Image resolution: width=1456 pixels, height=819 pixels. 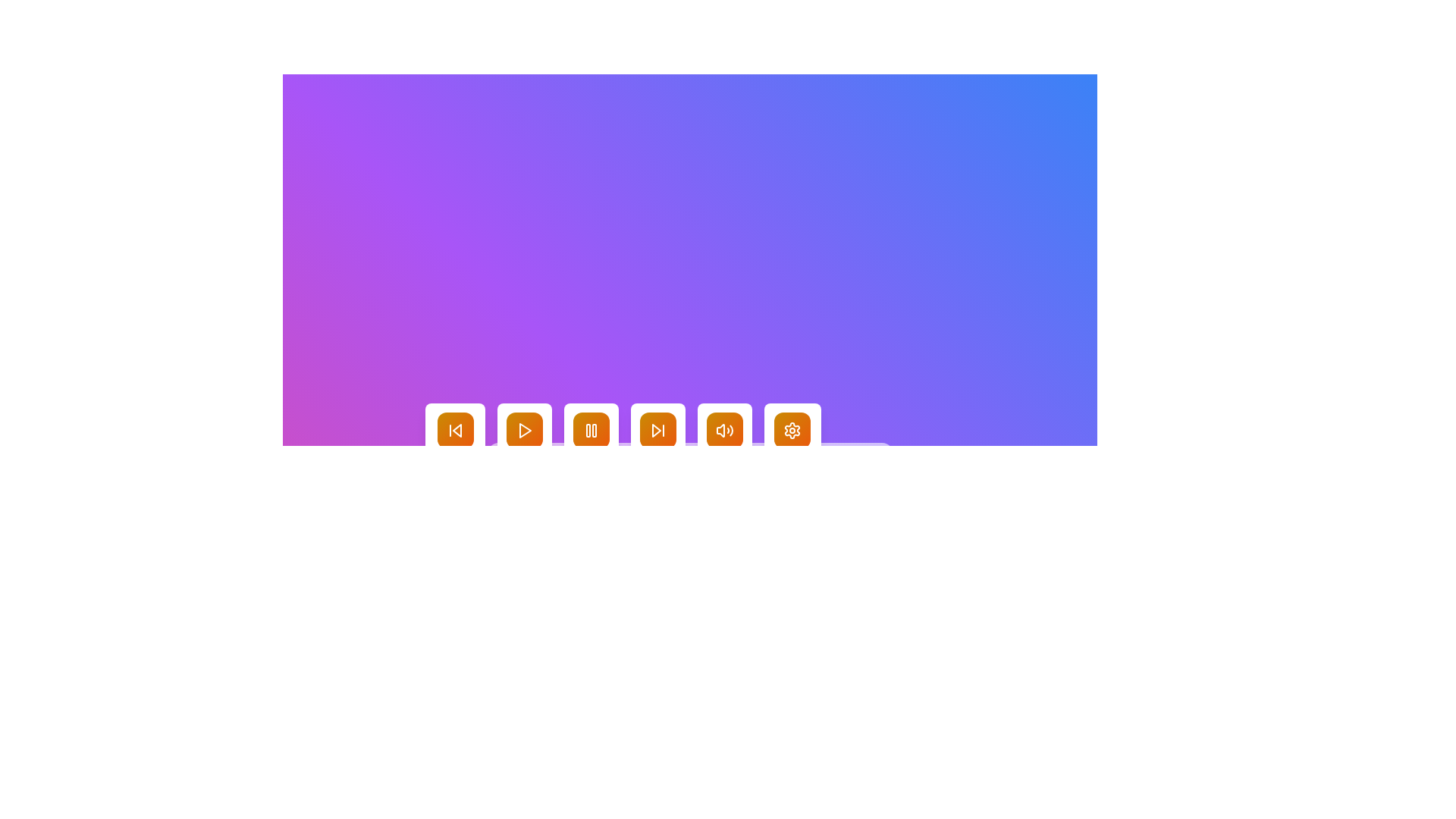 I want to click on the fifth button from the left in the row of volume control buttons at the bottom center of the interface, so click(x=723, y=430).